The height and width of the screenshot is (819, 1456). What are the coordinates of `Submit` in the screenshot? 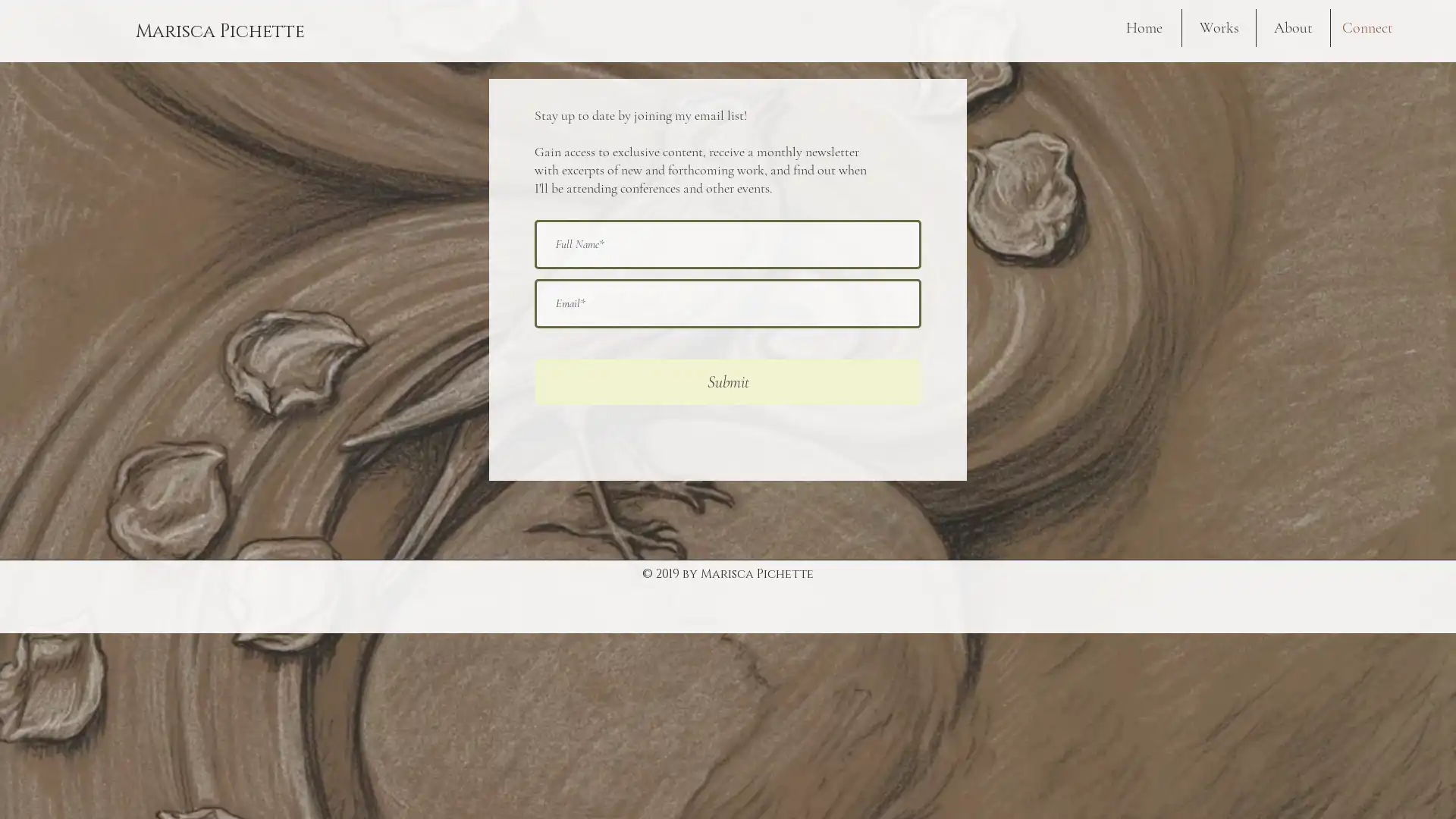 It's located at (728, 381).